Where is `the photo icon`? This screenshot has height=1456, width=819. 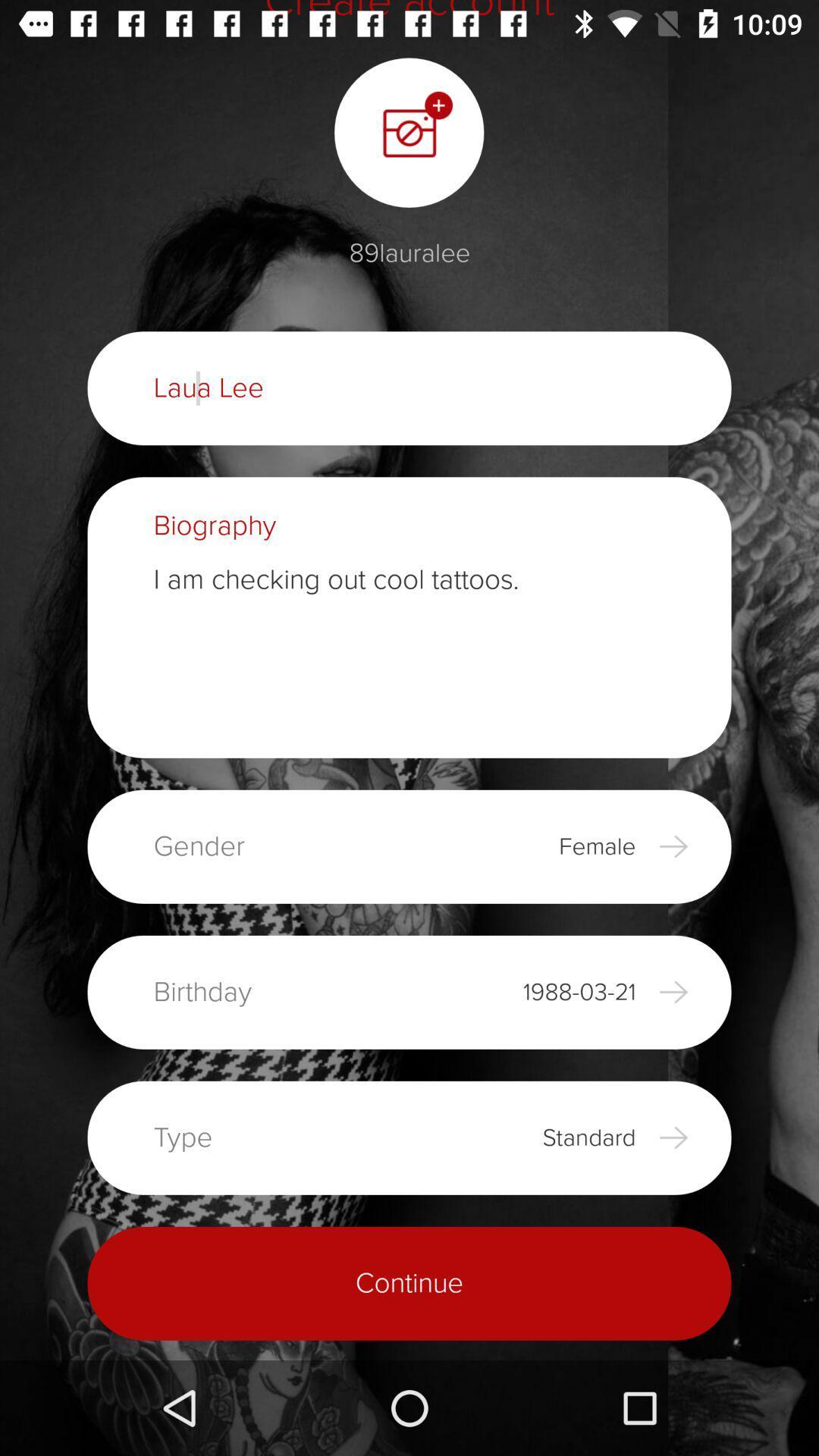
the photo icon is located at coordinates (408, 133).